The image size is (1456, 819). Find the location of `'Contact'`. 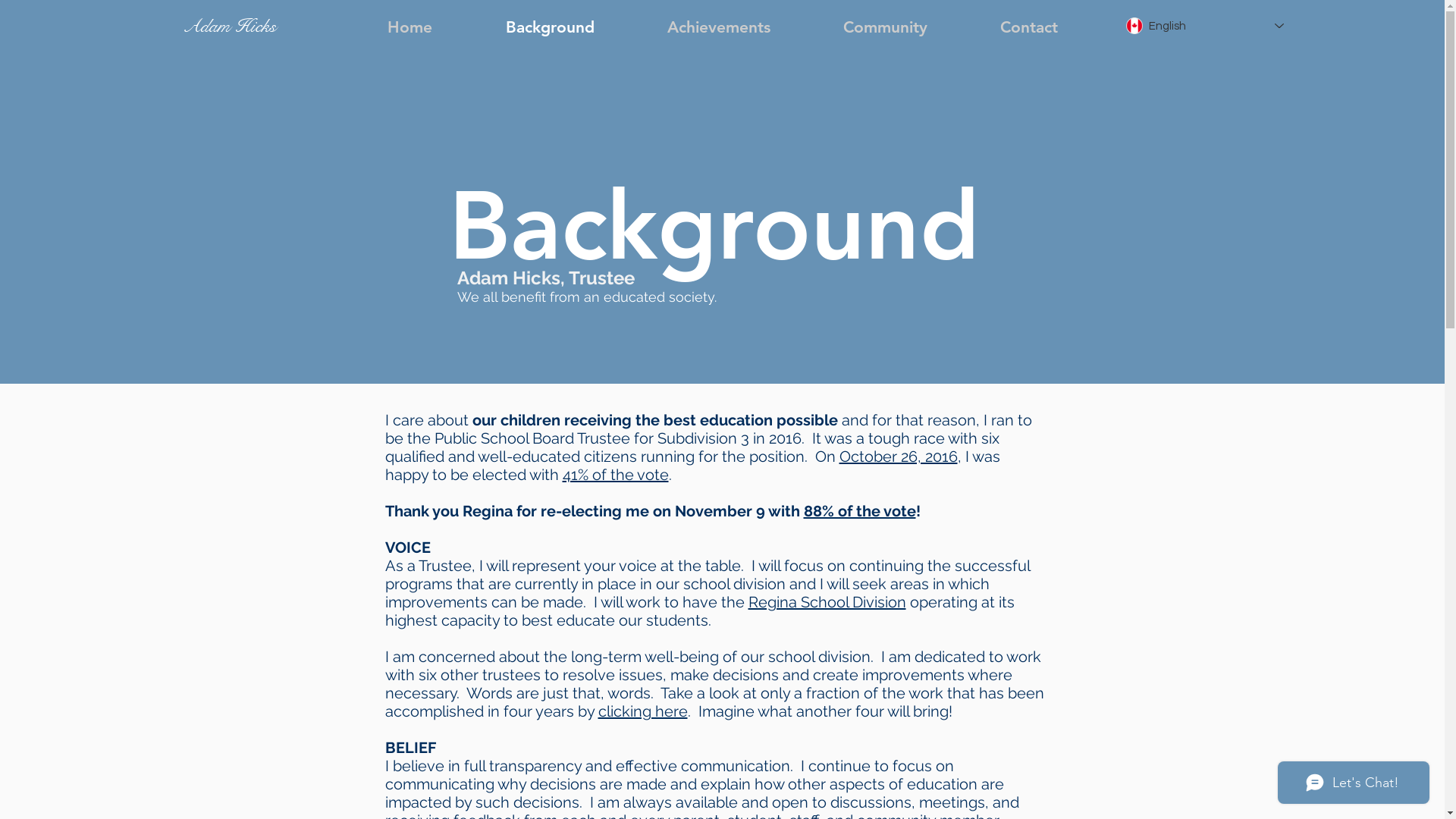

'Contact' is located at coordinates (1028, 27).